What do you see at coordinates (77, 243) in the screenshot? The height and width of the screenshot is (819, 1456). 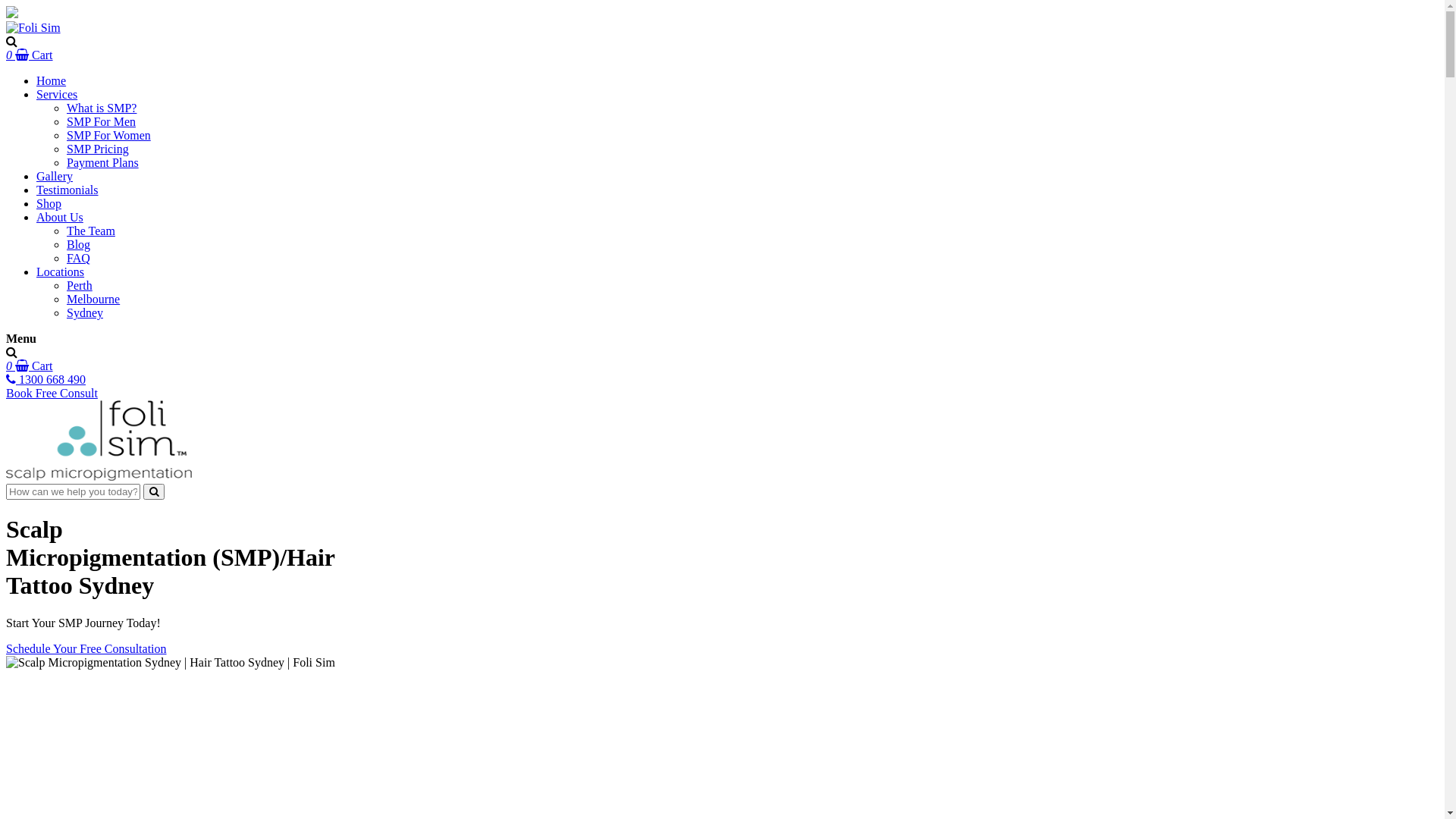 I see `'Blog'` at bounding box center [77, 243].